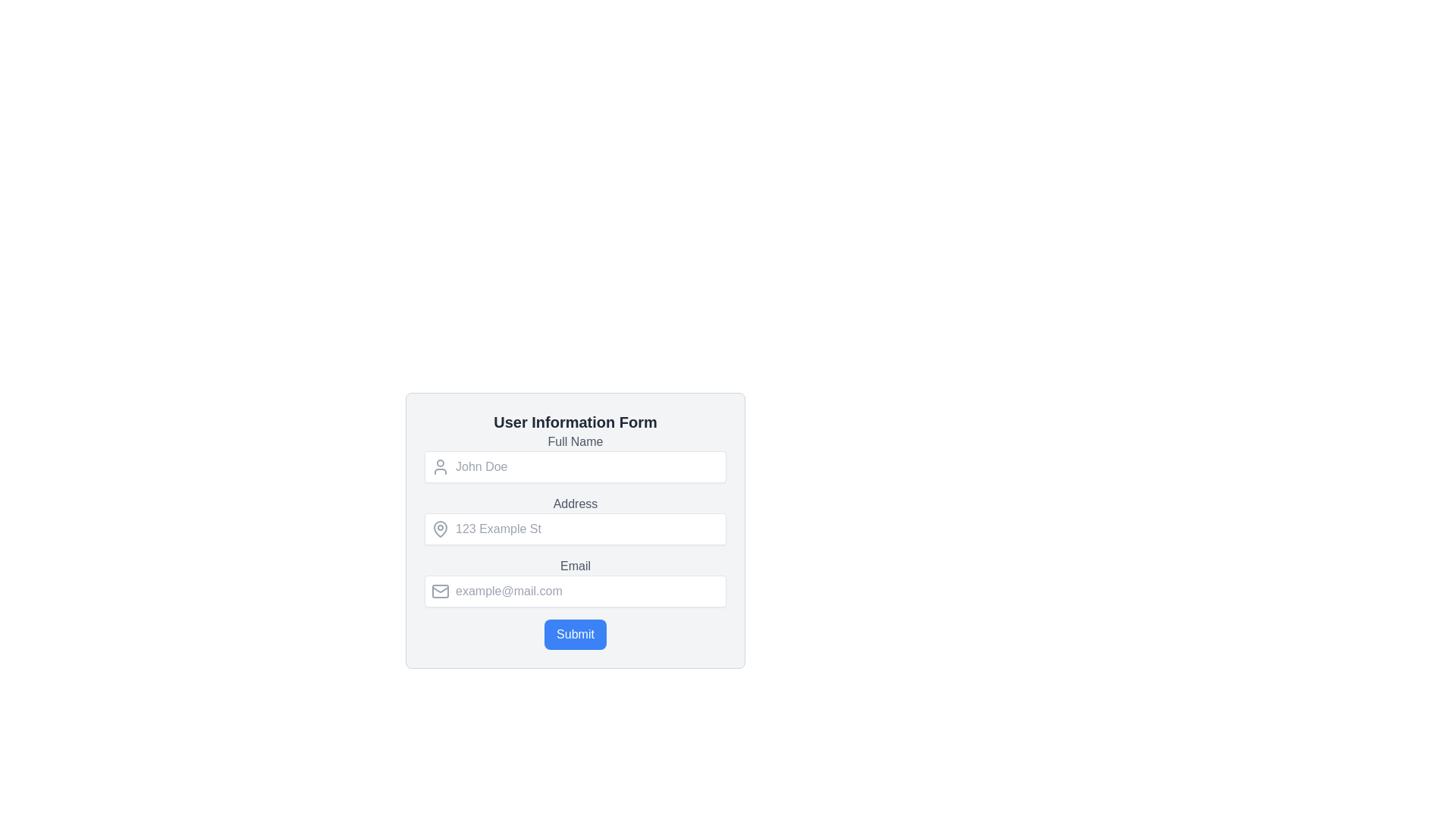 This screenshot has width=1456, height=819. Describe the element at coordinates (439, 466) in the screenshot. I see `the user profile icon, which is a minimalist gray circular head with a semicircular body, located to the left of the text entry field labeled 'John Doe'` at that location.